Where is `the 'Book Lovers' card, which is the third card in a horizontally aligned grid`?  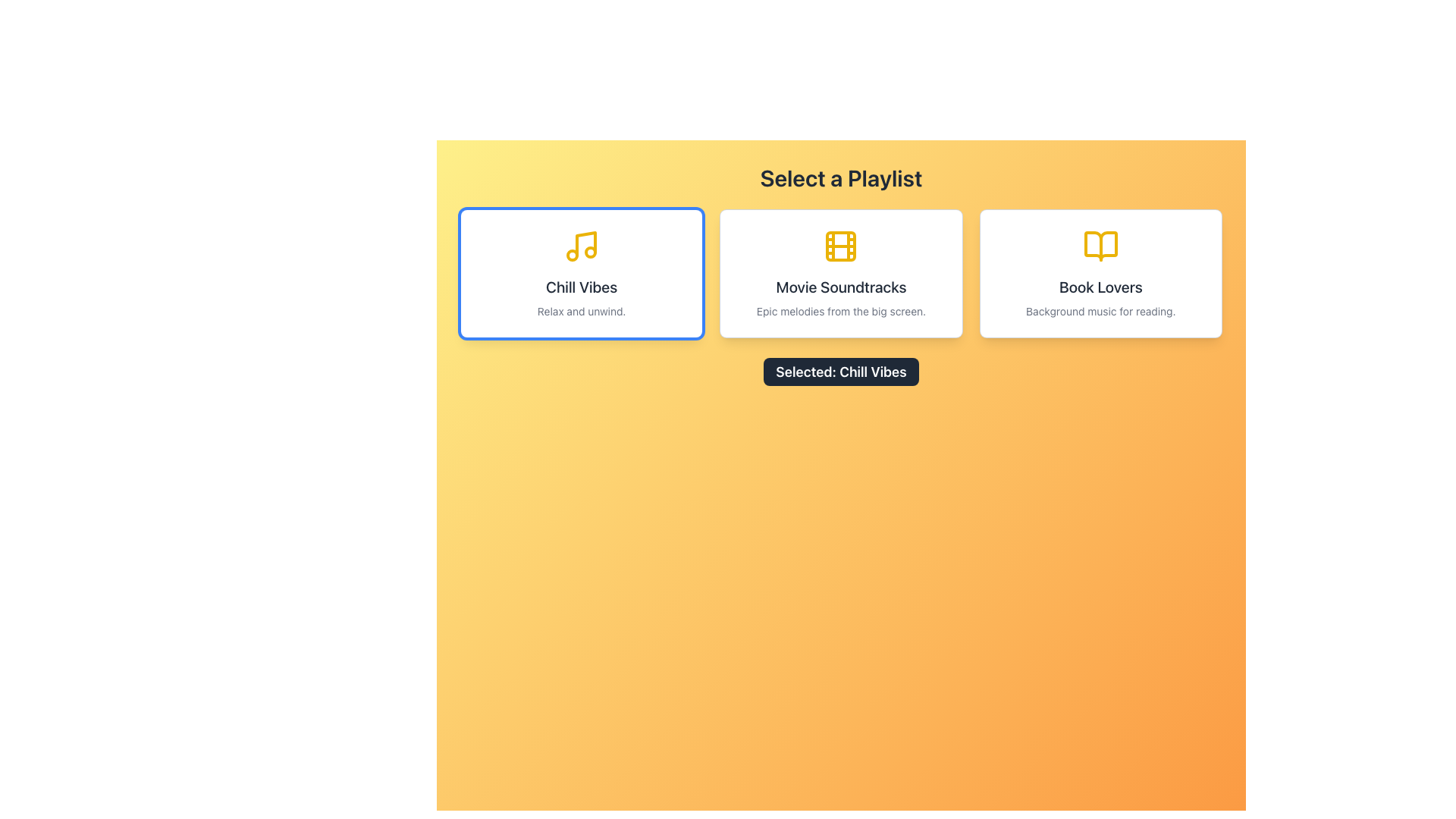
the 'Book Lovers' card, which is the third card in a horizontally aligned grid is located at coordinates (1100, 274).